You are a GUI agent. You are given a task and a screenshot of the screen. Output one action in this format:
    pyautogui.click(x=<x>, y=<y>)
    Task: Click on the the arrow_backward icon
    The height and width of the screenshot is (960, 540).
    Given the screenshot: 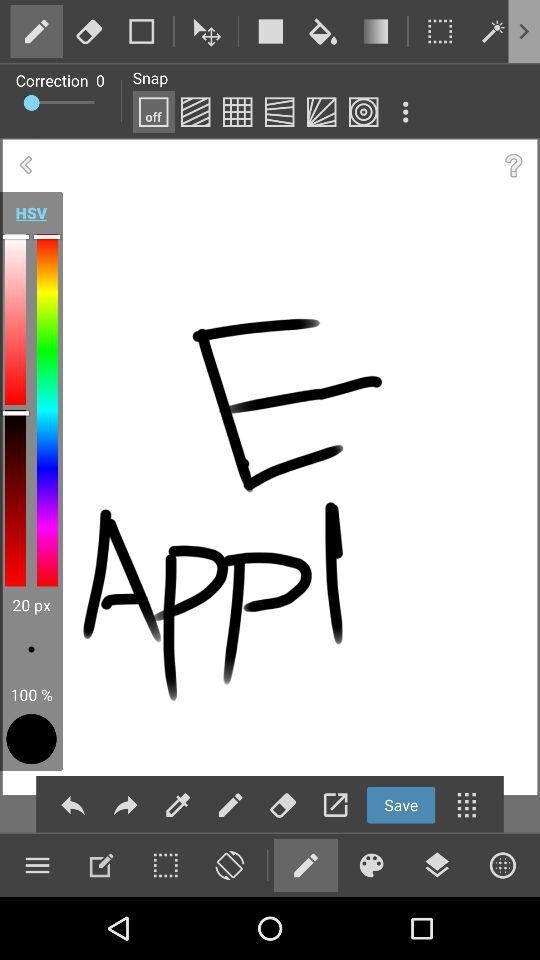 What is the action you would take?
    pyautogui.click(x=25, y=164)
    